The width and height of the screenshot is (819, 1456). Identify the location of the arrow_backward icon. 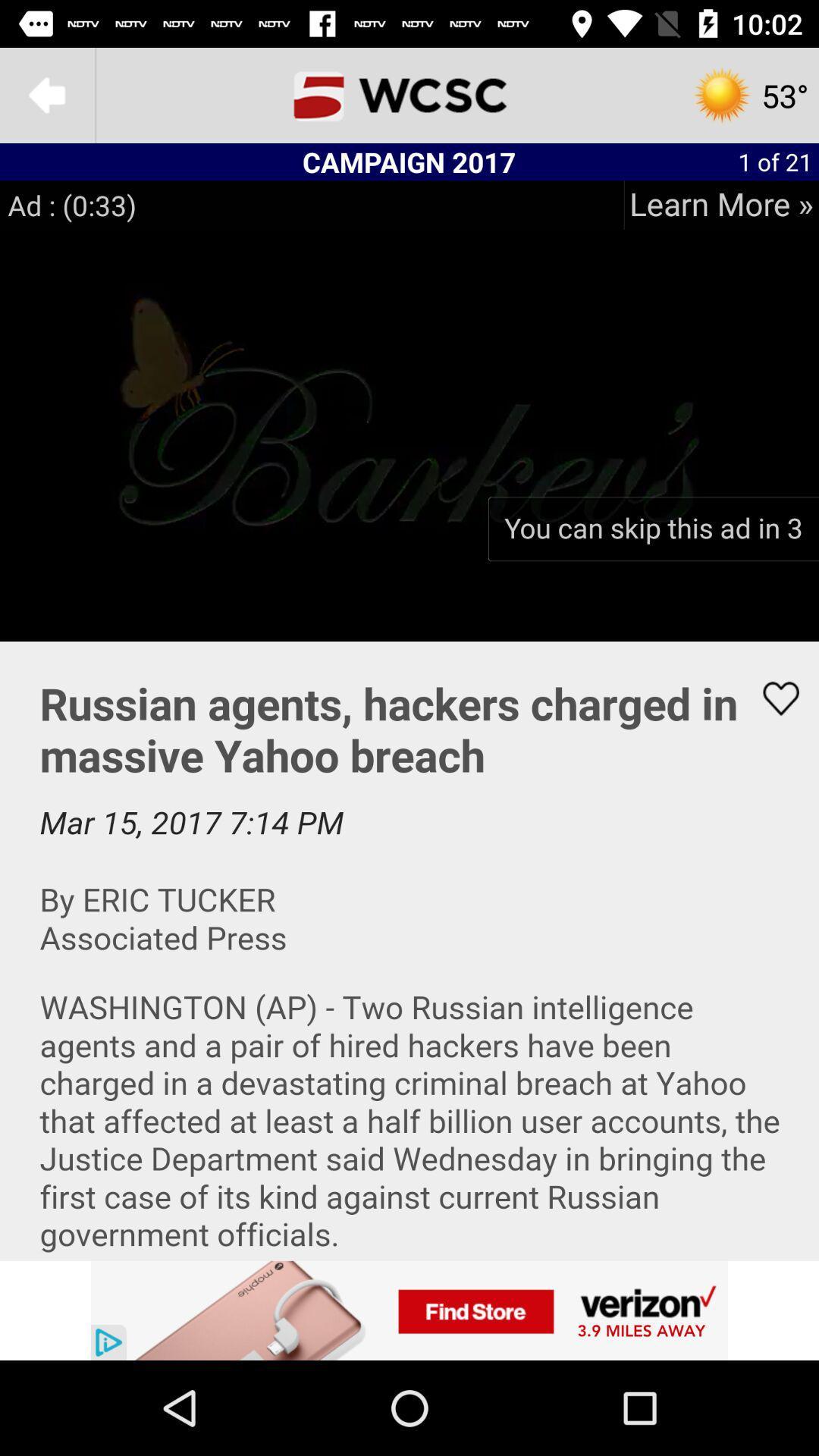
(46, 94).